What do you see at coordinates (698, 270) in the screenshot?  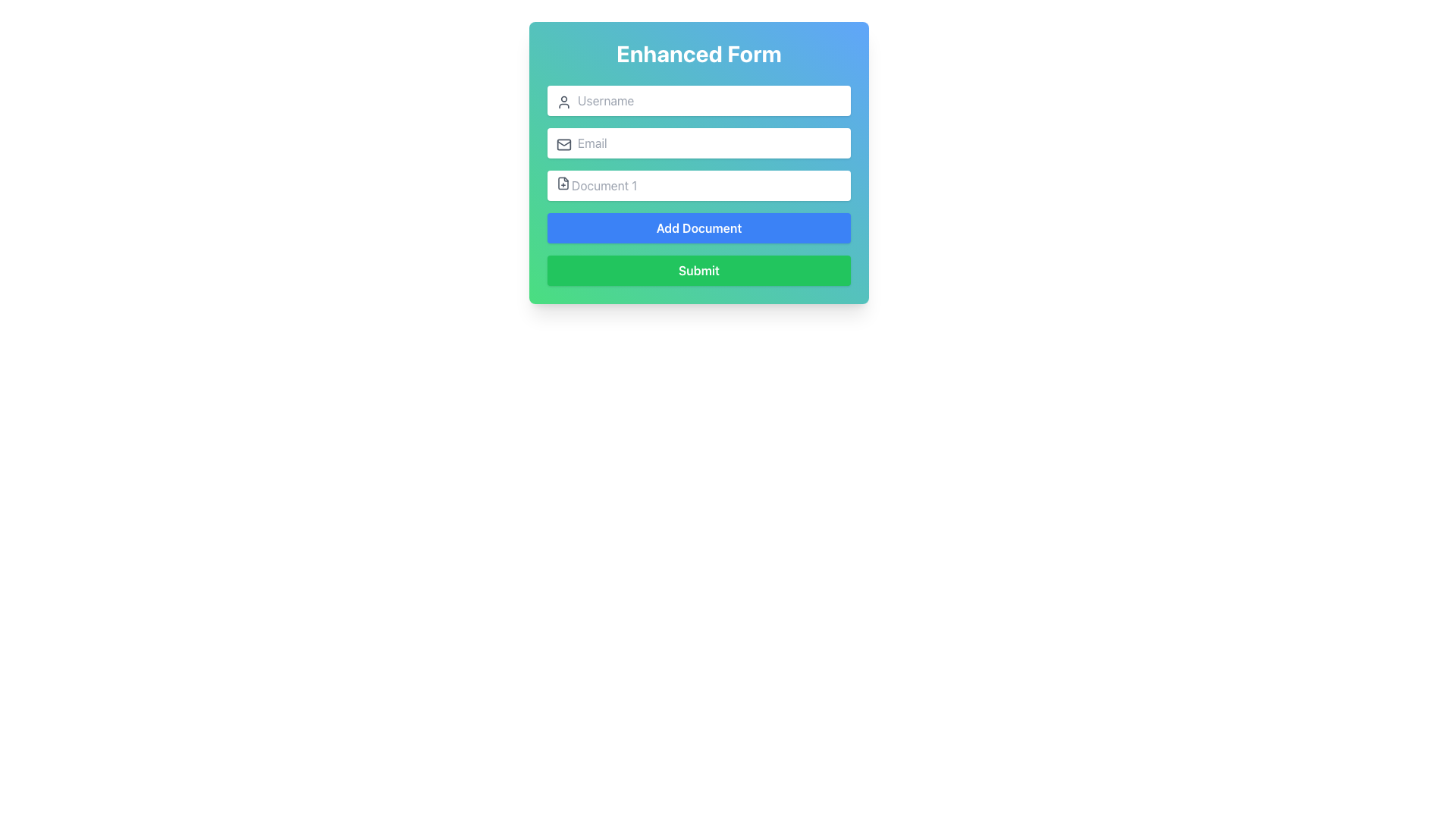 I see `the 'Submit' button with a green background and white bold text at the bottom of the form` at bounding box center [698, 270].